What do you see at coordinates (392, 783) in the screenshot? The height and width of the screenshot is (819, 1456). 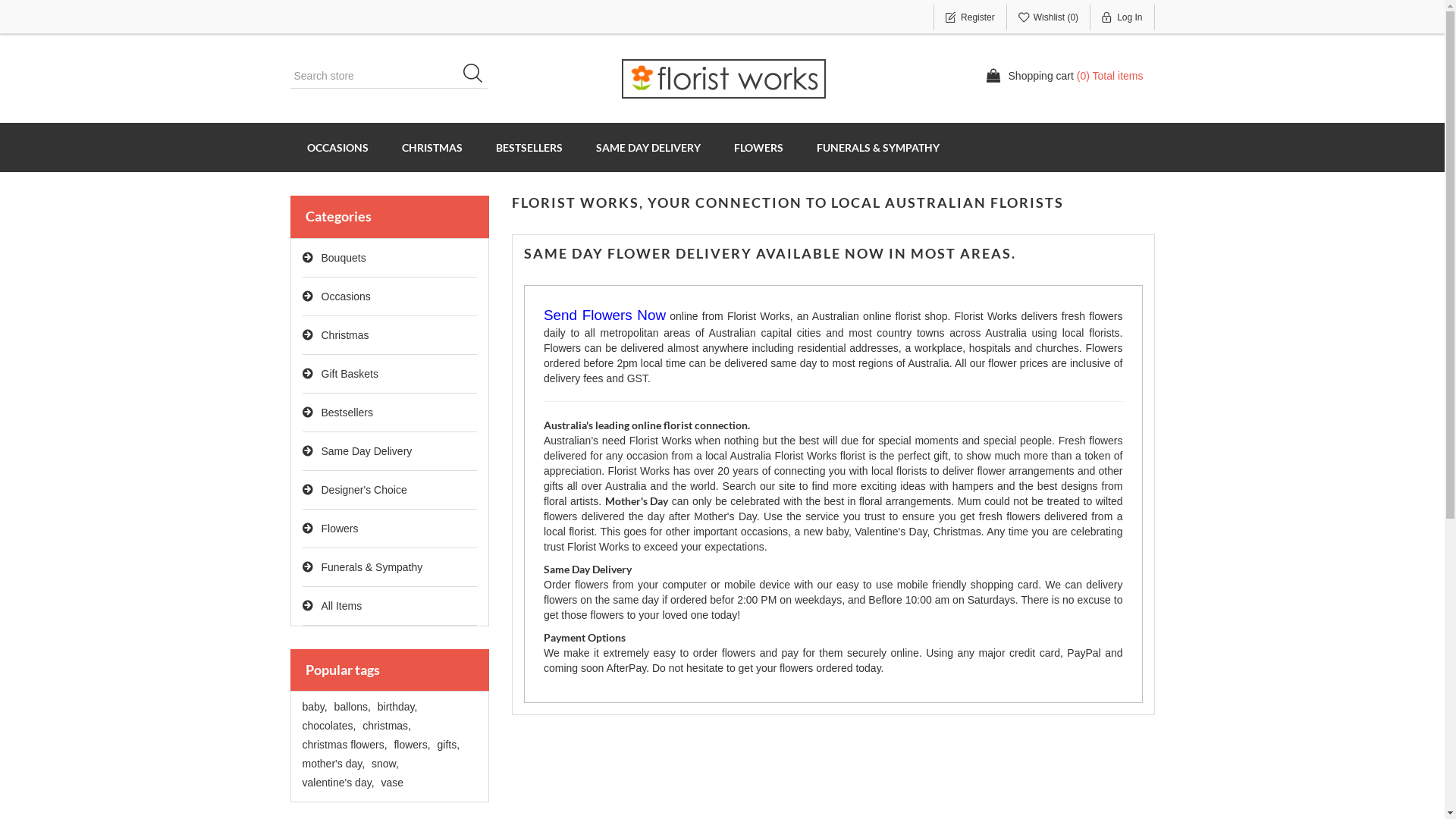 I see `'vase'` at bounding box center [392, 783].